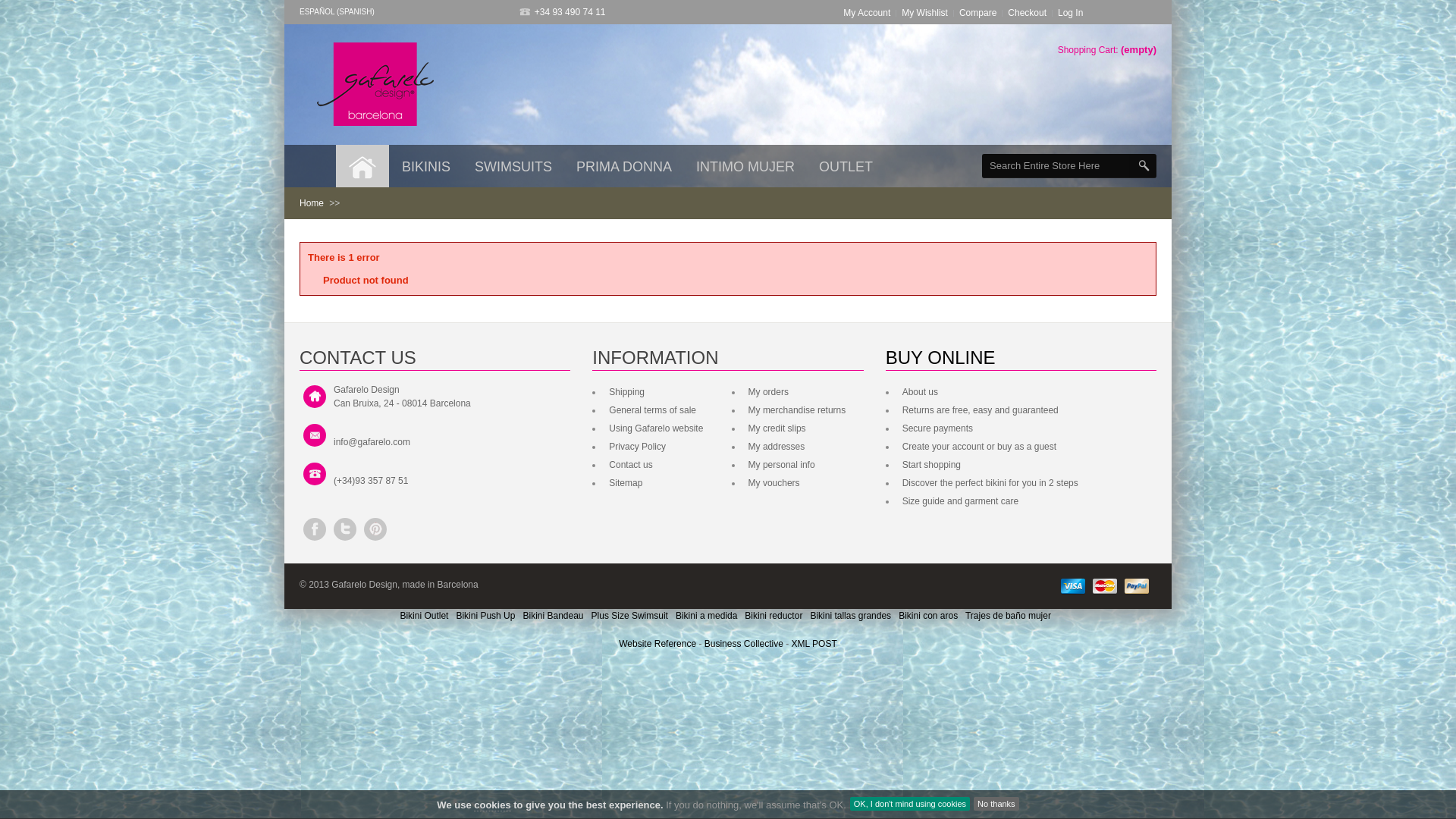  I want to click on 'Bikini con aros', so click(899, 616).